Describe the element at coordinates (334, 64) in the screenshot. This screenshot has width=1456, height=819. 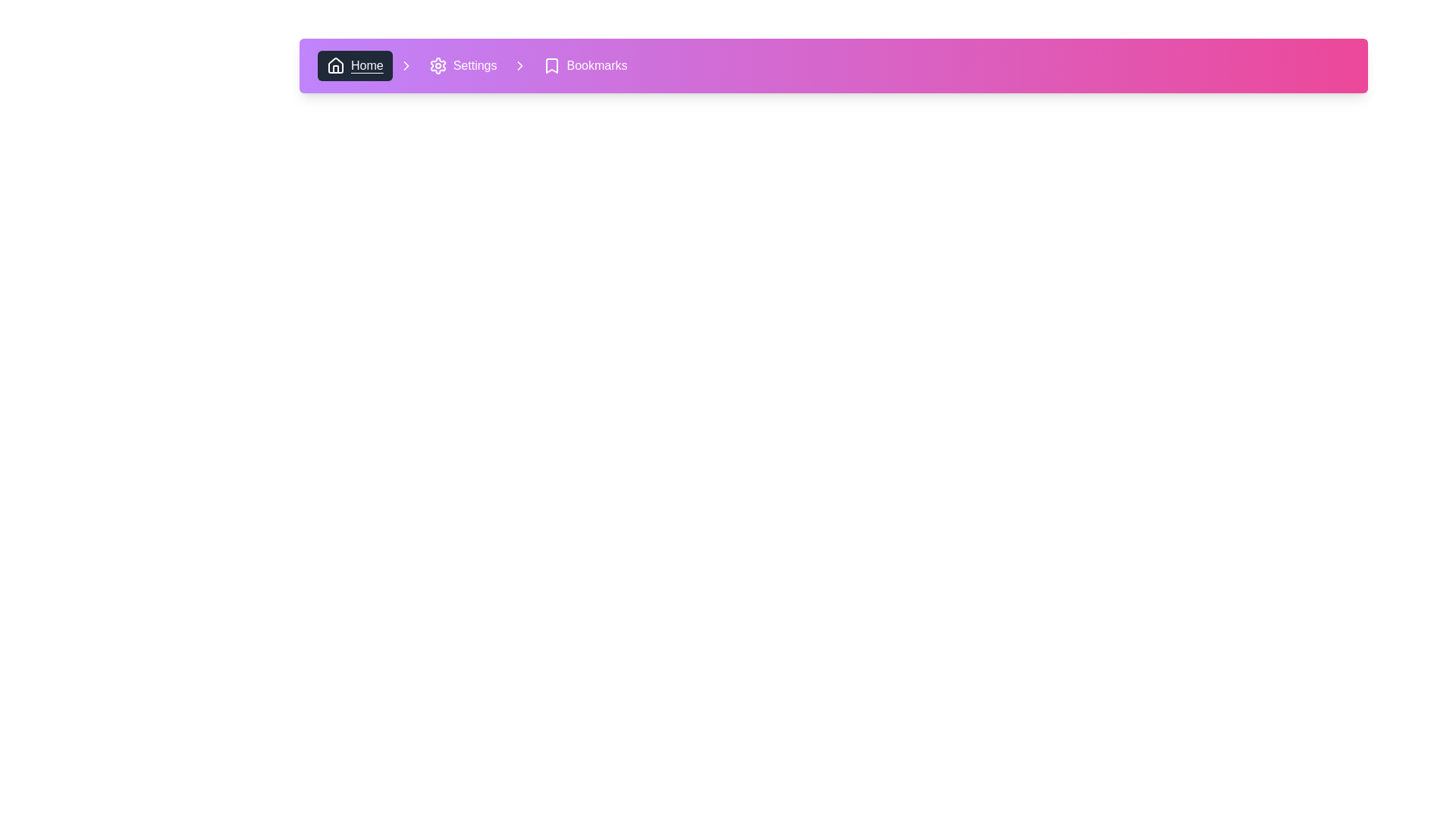
I see `the 'Home' icon located at the top left of the navigation bar, which signifies a return to the main page or dashboard` at that location.